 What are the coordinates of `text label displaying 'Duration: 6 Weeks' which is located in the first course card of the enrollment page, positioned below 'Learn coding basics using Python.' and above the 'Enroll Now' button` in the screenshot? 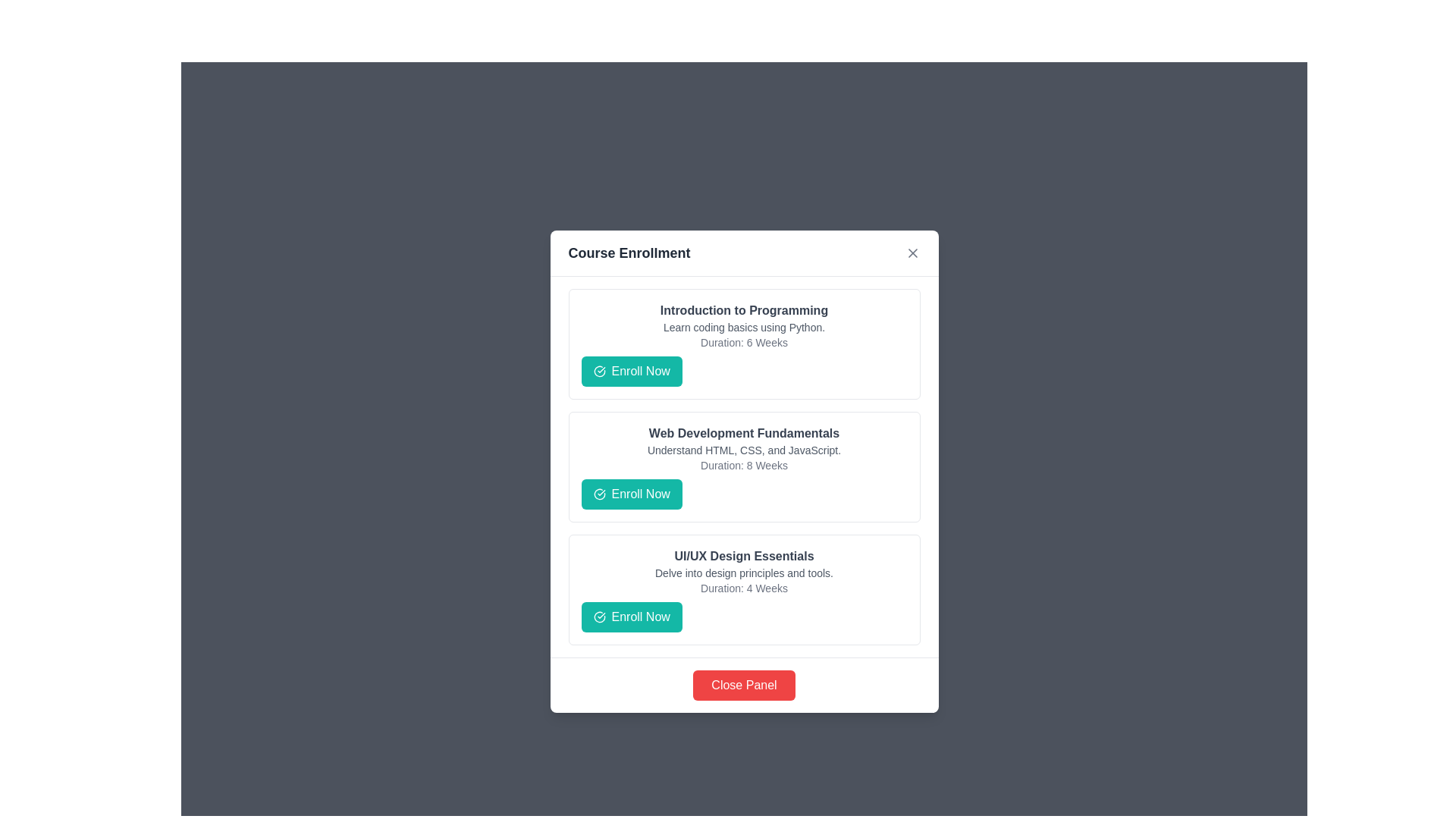 It's located at (744, 342).